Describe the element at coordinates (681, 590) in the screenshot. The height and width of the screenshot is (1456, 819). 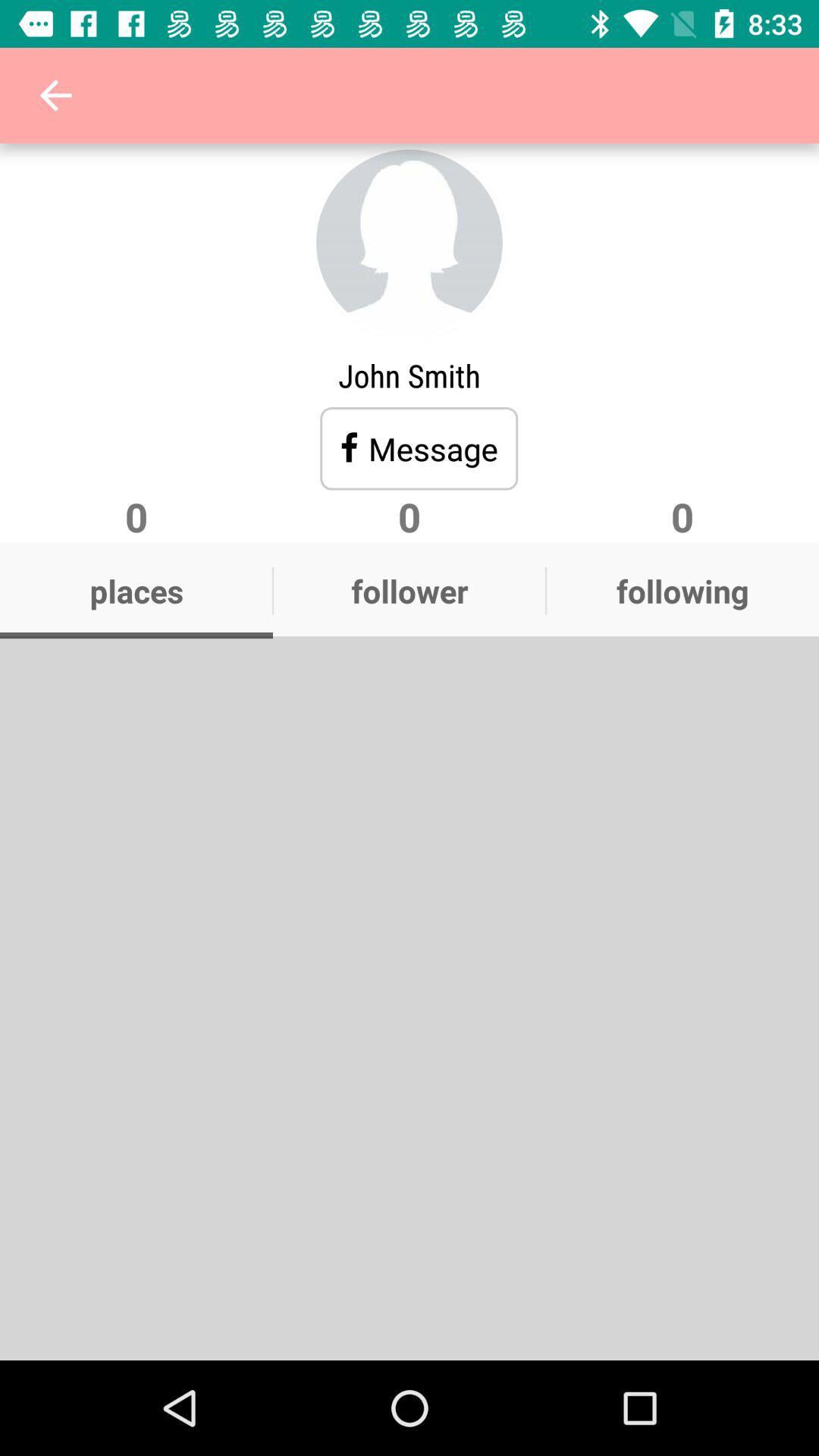
I see `app to the right of the follower icon` at that location.